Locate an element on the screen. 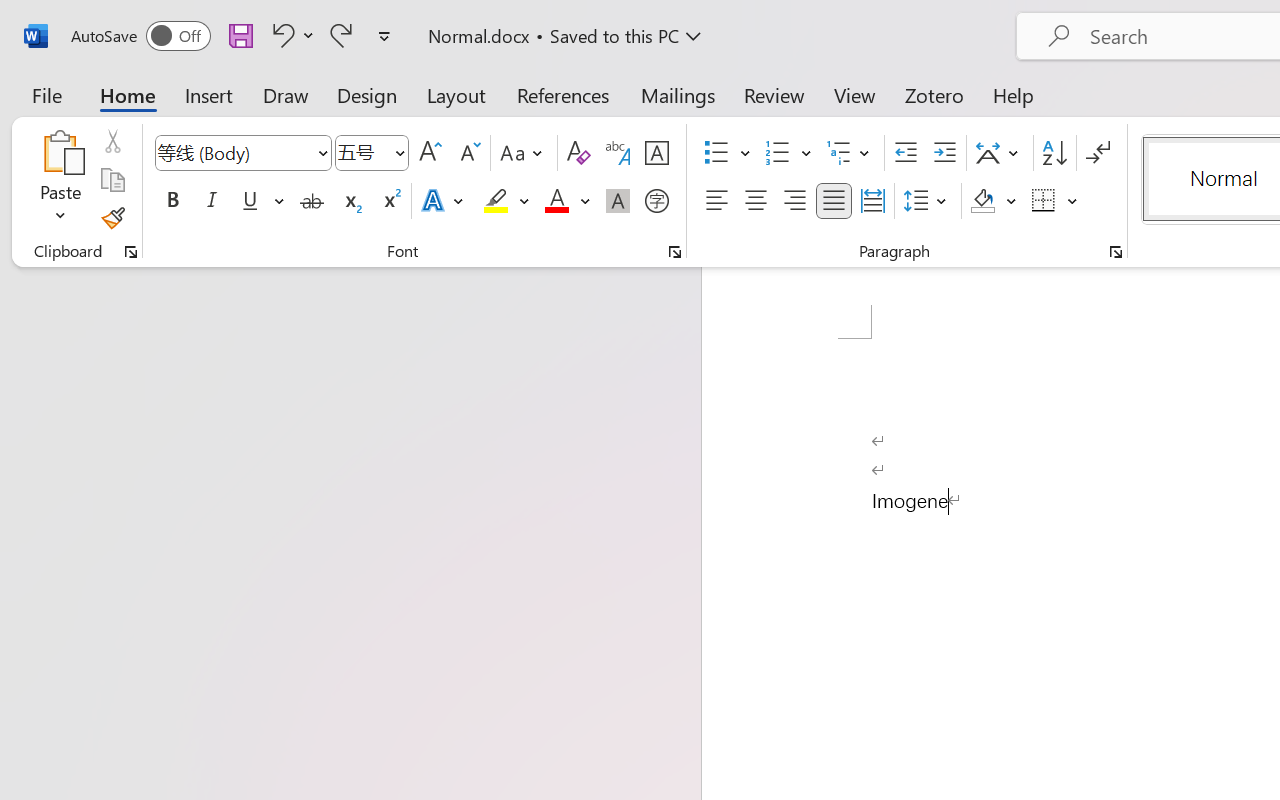 This screenshot has width=1280, height=800. 'Grow Font' is located at coordinates (429, 153).